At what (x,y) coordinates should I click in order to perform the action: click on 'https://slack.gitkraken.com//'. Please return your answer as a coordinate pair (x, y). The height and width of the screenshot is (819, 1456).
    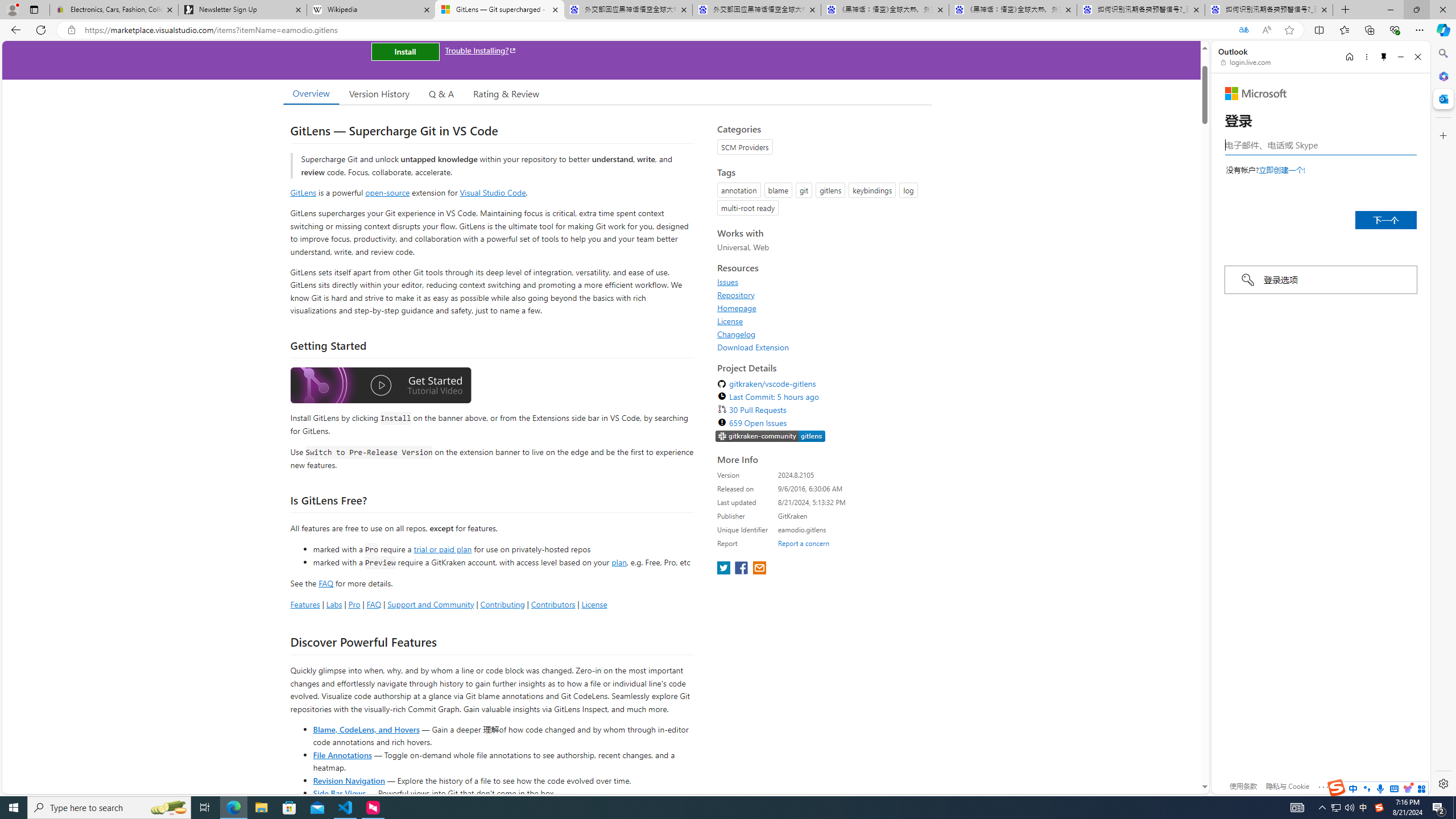
    Looking at the image, I should click on (770, 436).